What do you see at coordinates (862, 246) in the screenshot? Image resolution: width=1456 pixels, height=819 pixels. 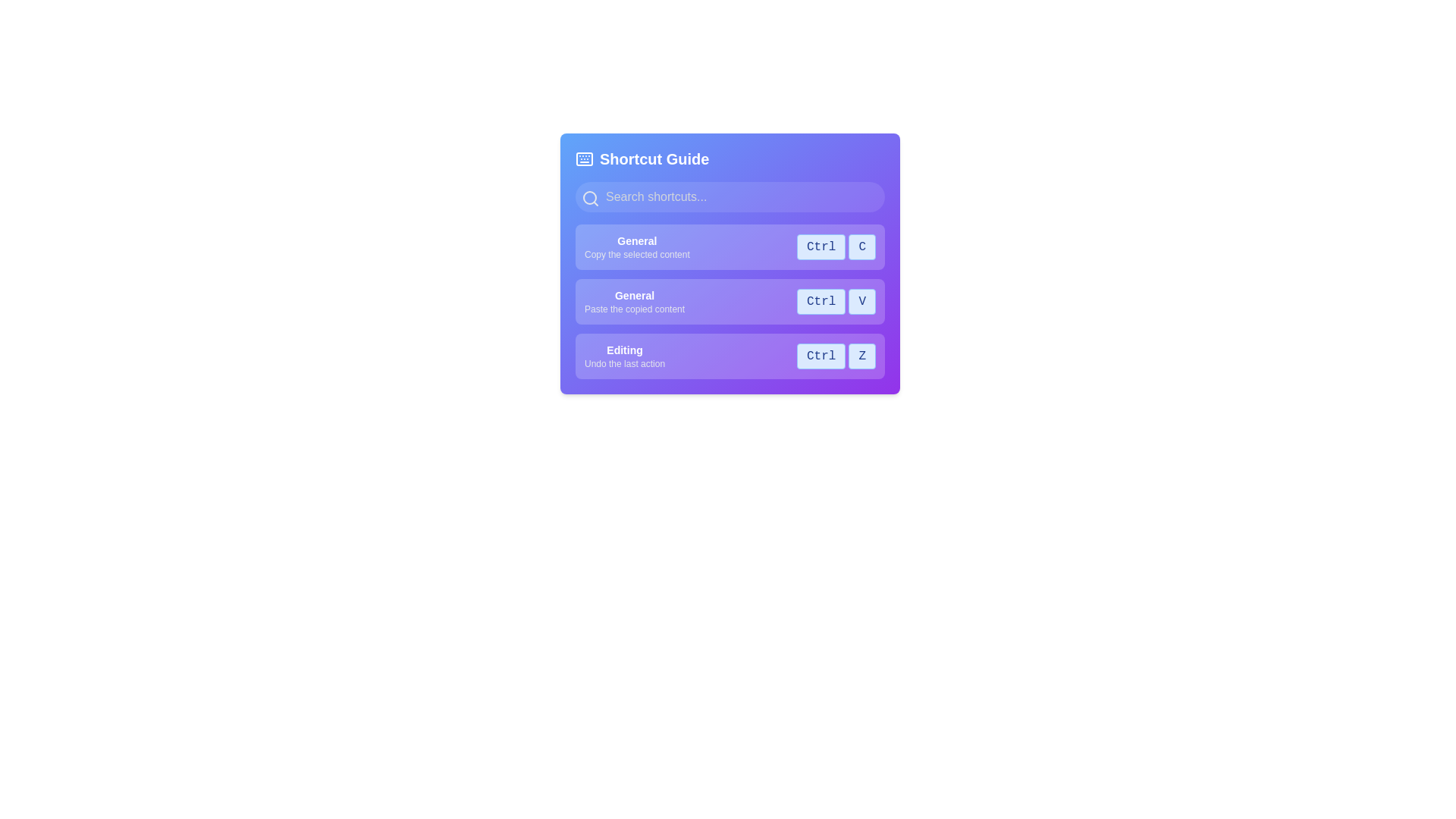 I see `the 'C' key label-like button representing the 'Ctrl+C' keyboard shortcut, located immediately to the right of the 'Ctrl' button in the keyboard shortcut list` at bounding box center [862, 246].